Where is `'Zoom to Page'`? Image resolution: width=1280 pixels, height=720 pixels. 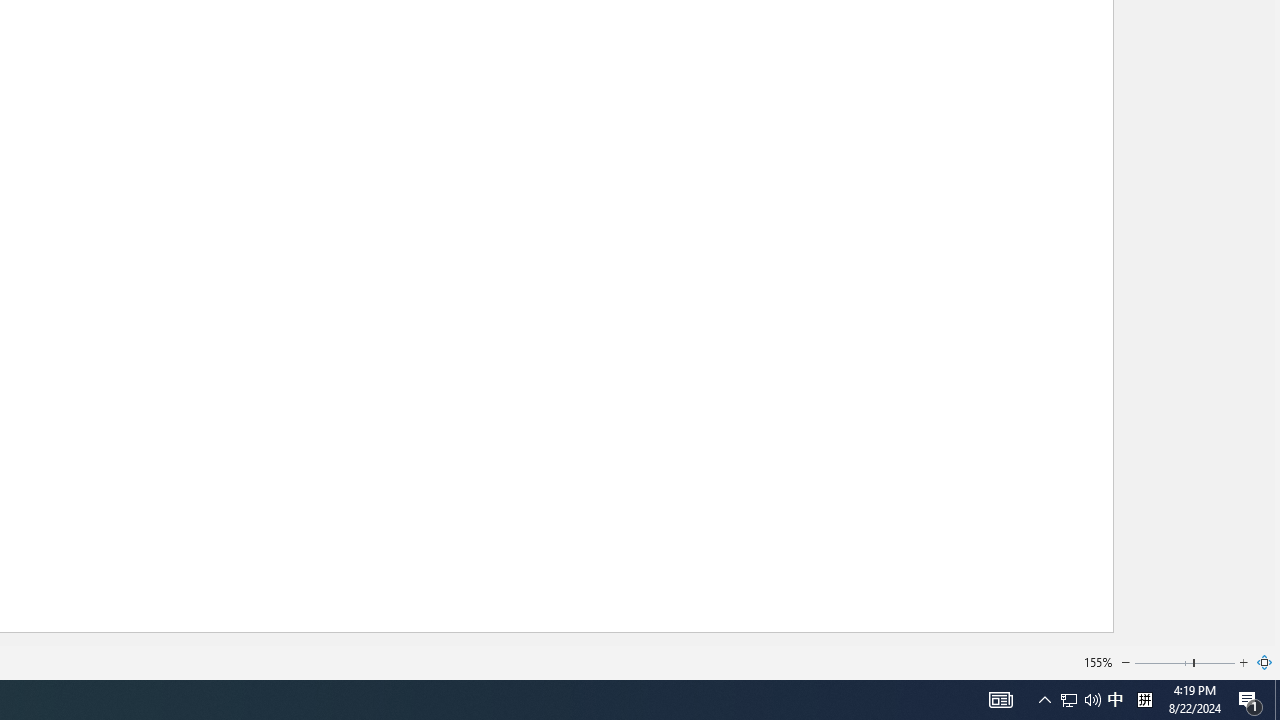
'Zoom to Page' is located at coordinates (1264, 663).